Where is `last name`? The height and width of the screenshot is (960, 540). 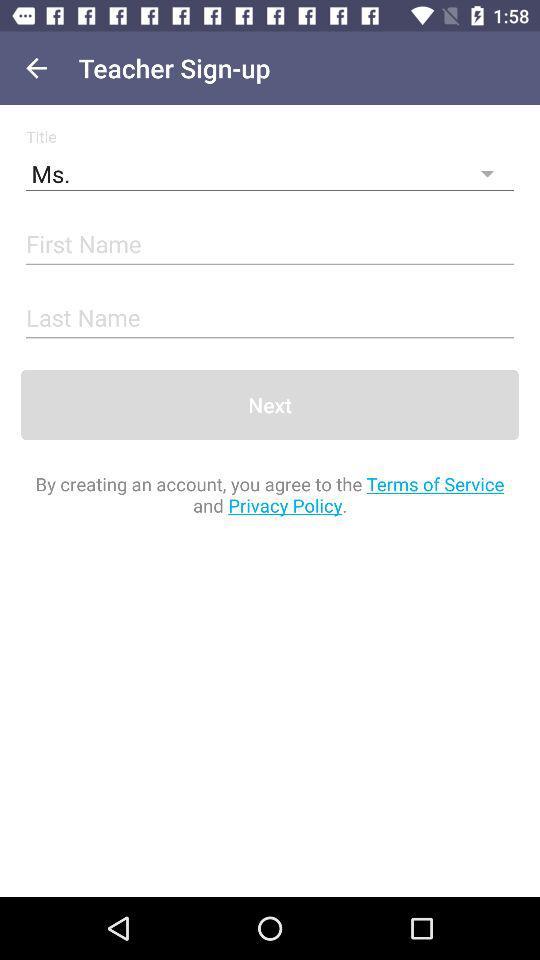
last name is located at coordinates (270, 319).